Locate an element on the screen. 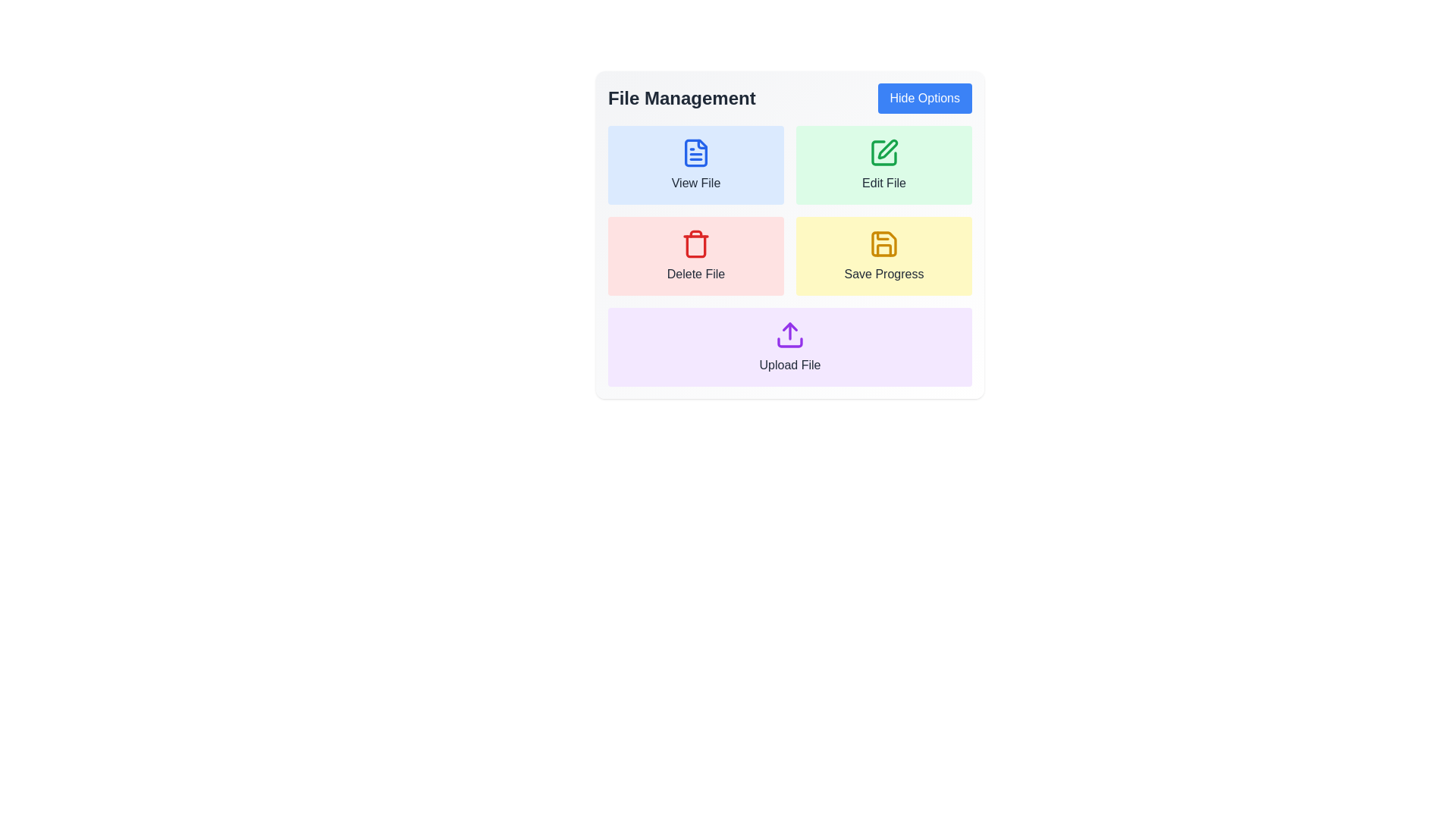  the 'Save Progress' button which contains the save action icon, located in the second row, second column of the grid in the 'File Management' section is located at coordinates (884, 243).